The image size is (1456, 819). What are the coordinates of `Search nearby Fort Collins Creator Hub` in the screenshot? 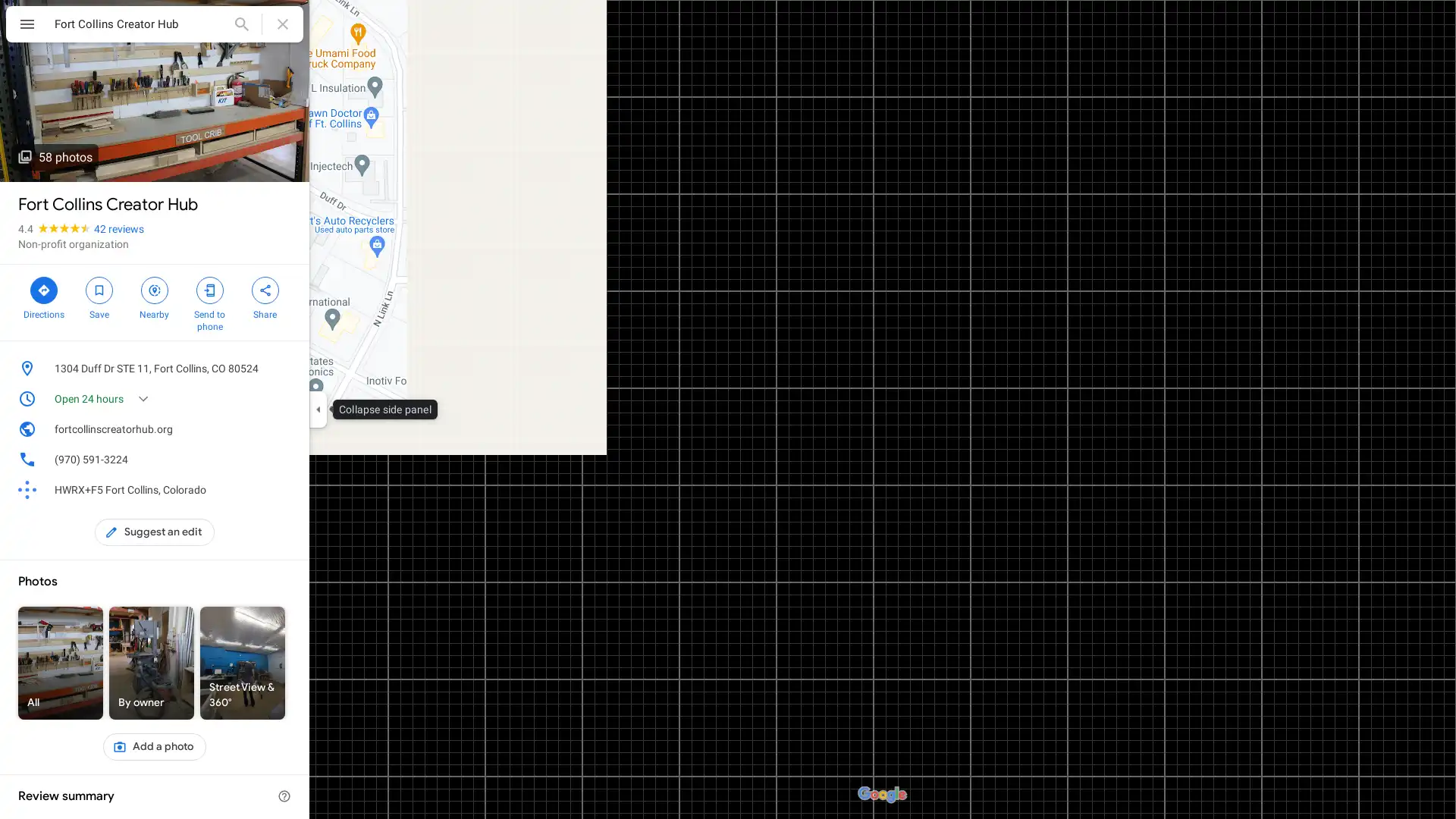 It's located at (154, 296).